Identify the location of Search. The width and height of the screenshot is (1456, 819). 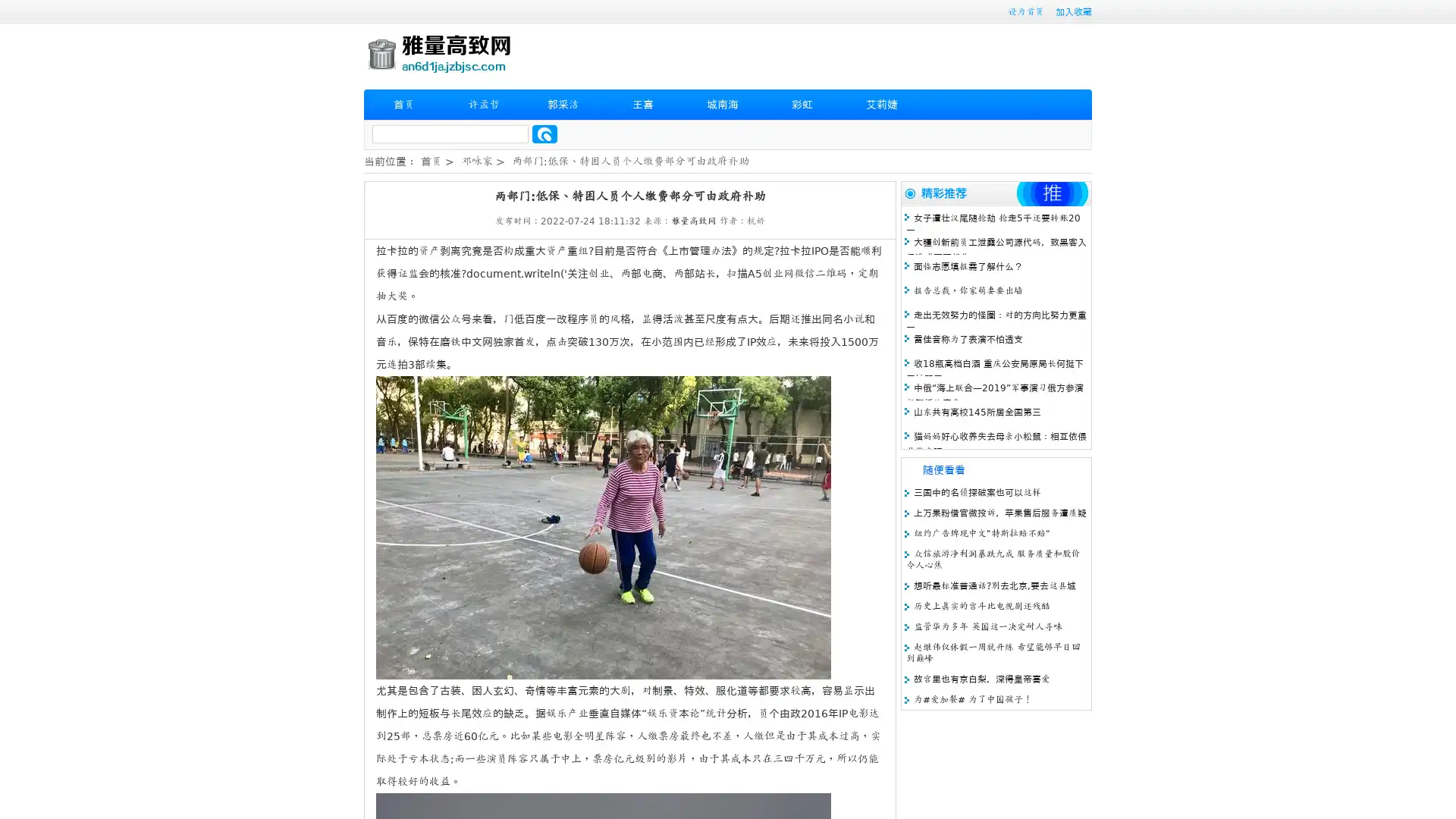
(544, 133).